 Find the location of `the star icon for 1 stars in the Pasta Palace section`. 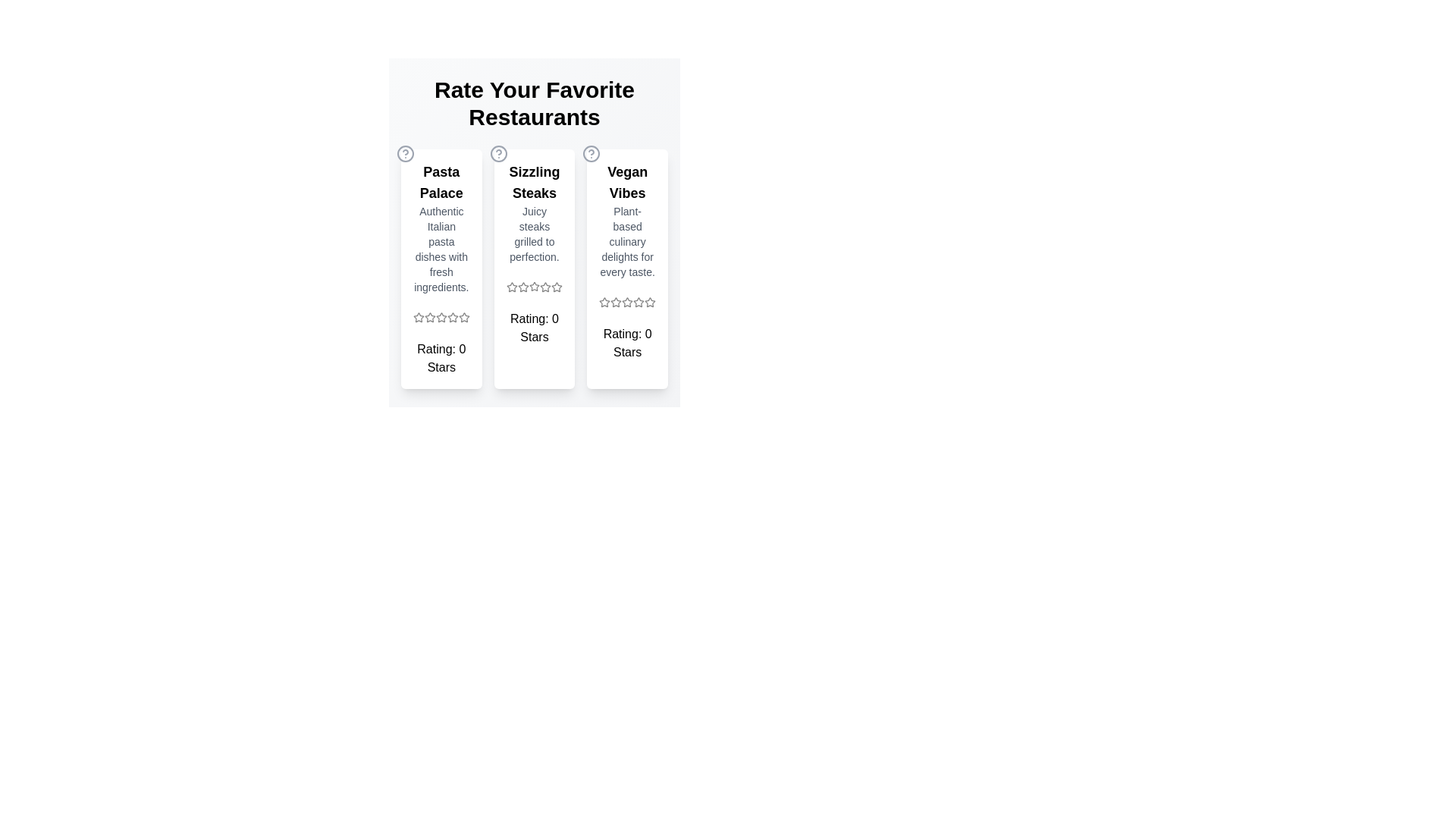

the star icon for 1 stars in the Pasta Palace section is located at coordinates (419, 317).